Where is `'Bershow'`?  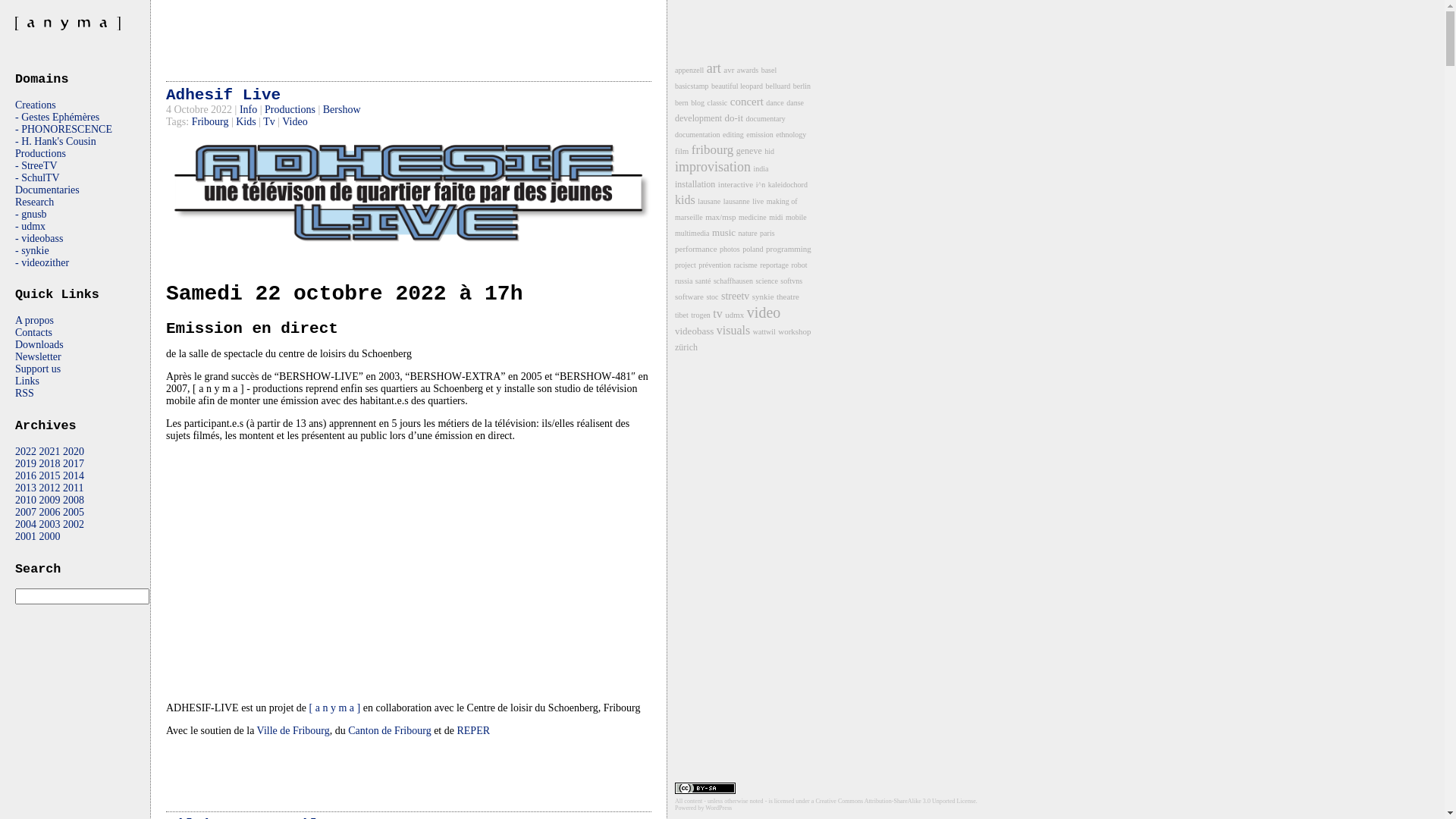 'Bershow' is located at coordinates (341, 108).